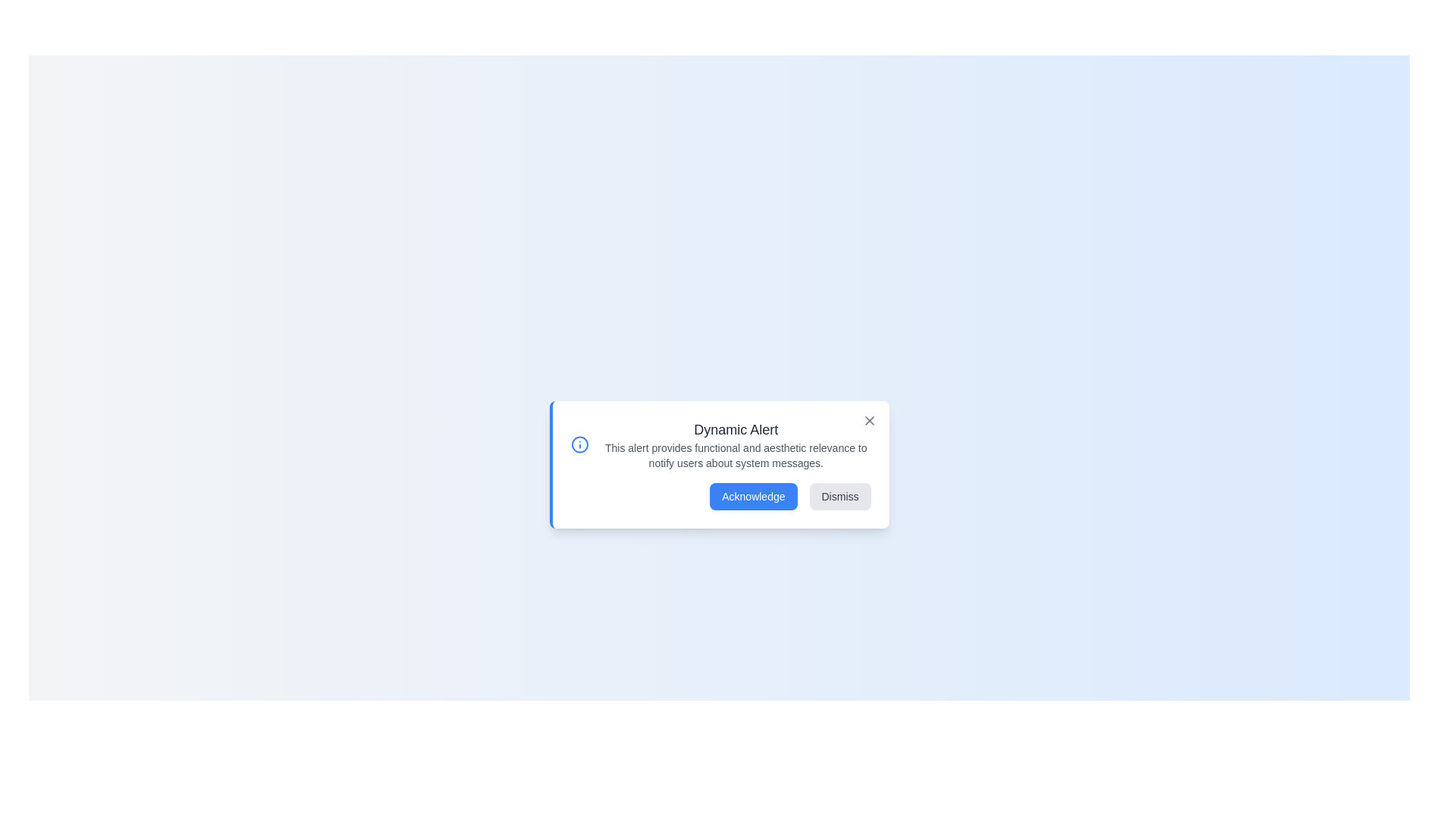 This screenshot has width=1456, height=819. Describe the element at coordinates (839, 497) in the screenshot. I see `the 'Dismiss' button to close the alert` at that location.